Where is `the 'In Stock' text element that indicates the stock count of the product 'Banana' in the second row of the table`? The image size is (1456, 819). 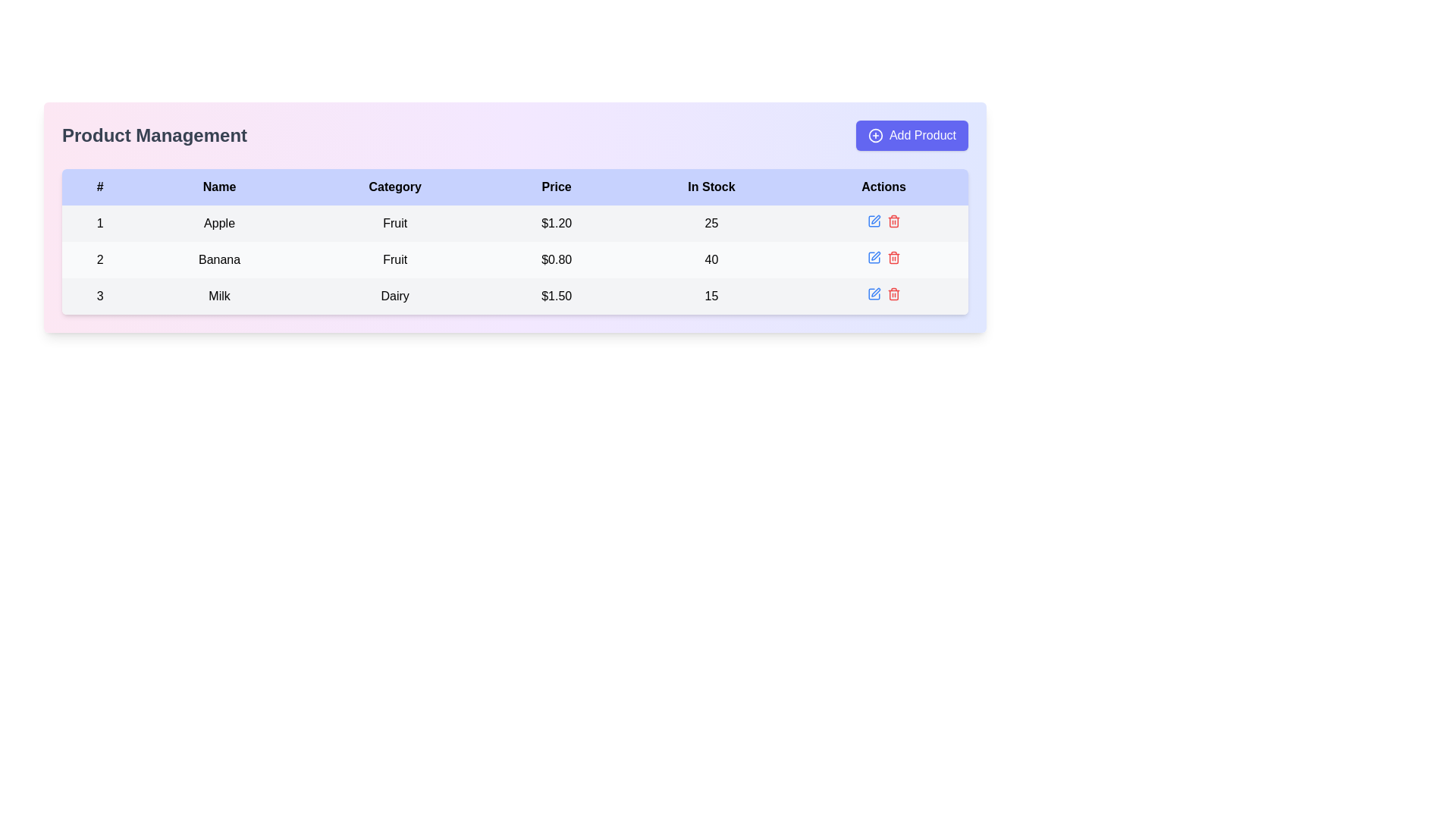
the 'In Stock' text element that indicates the stock count of the product 'Banana' in the second row of the table is located at coordinates (711, 259).